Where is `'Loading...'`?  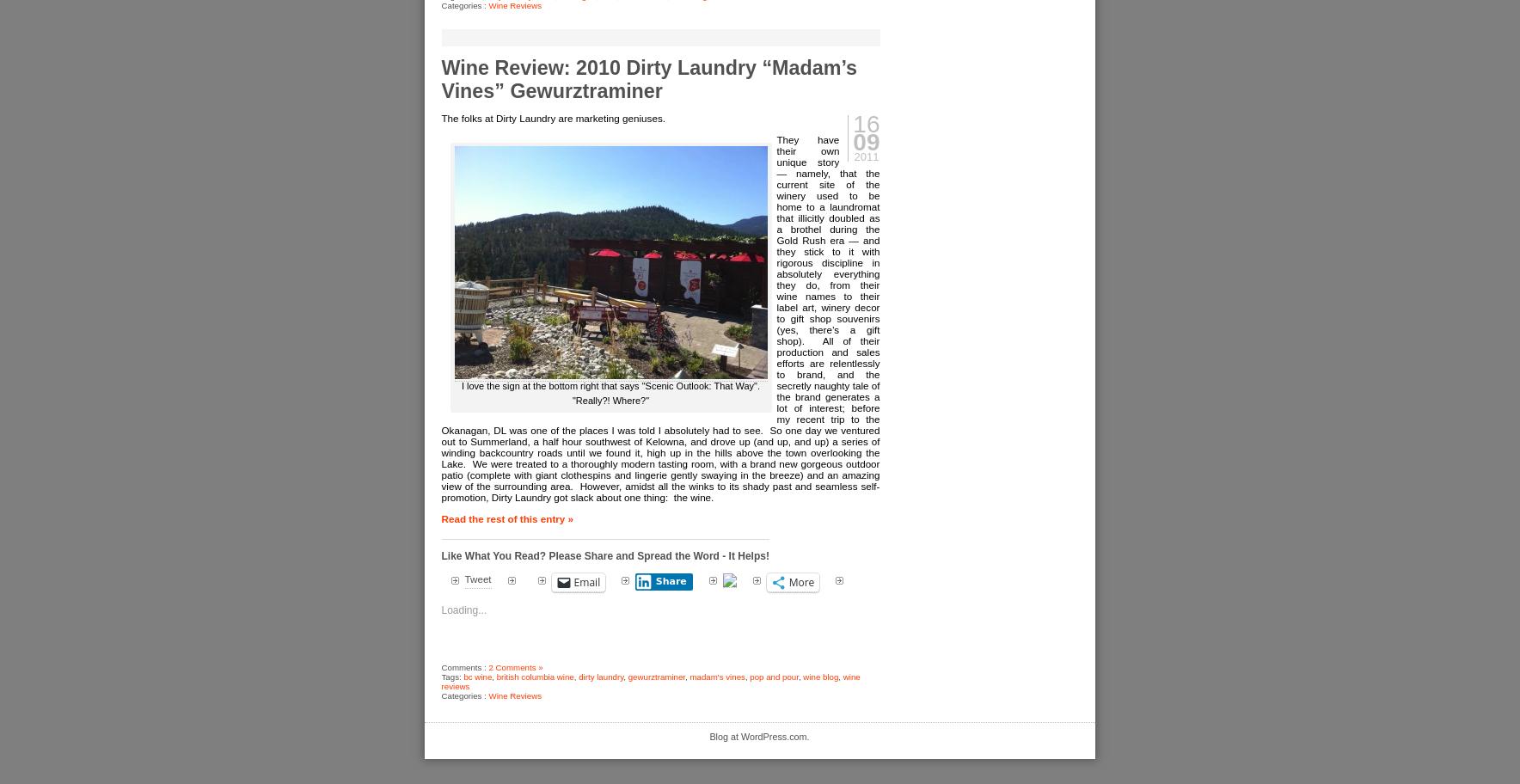 'Loading...' is located at coordinates (463, 609).